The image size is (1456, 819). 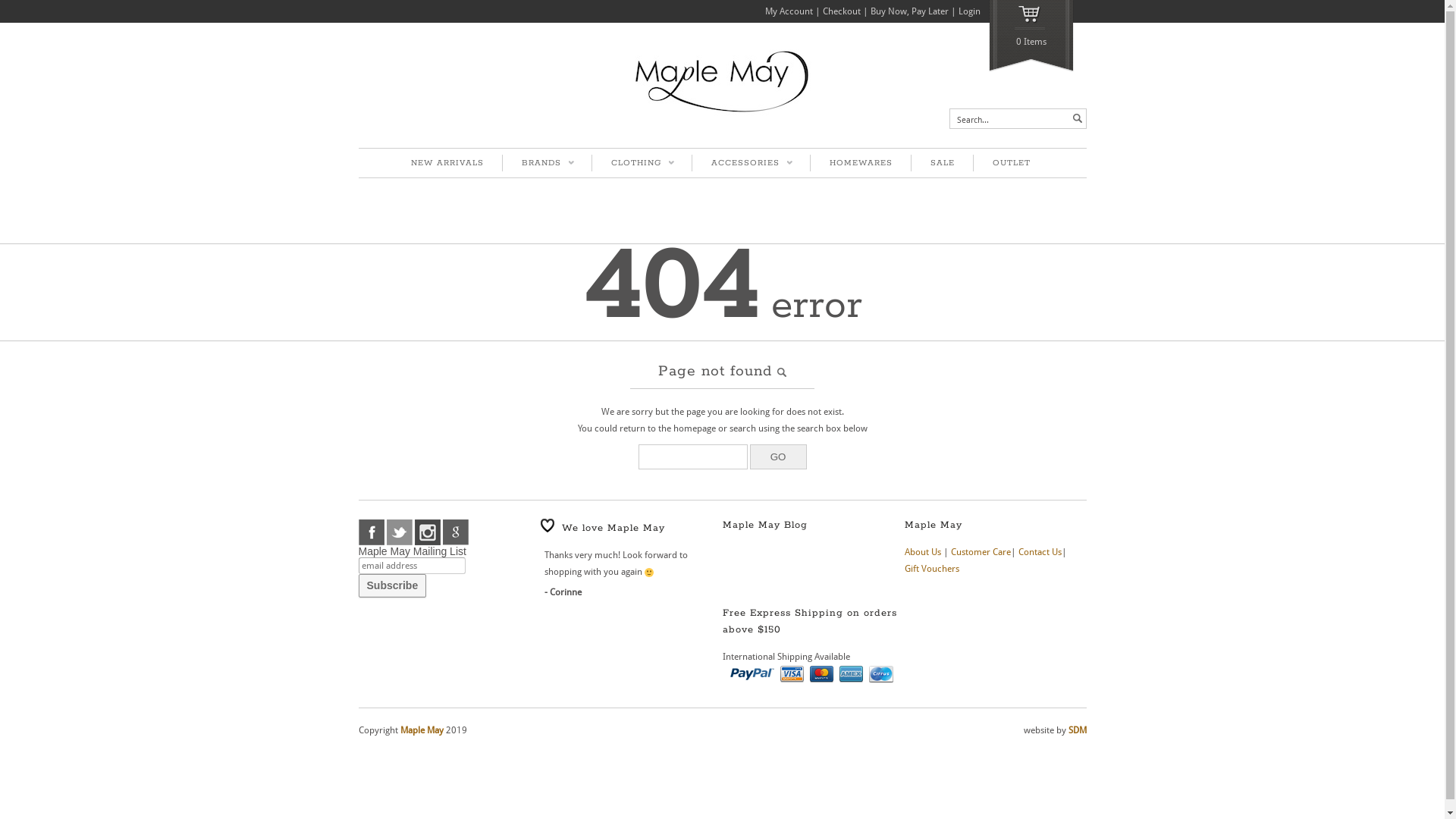 What do you see at coordinates (392, 585) in the screenshot?
I see `'Subscribe'` at bounding box center [392, 585].